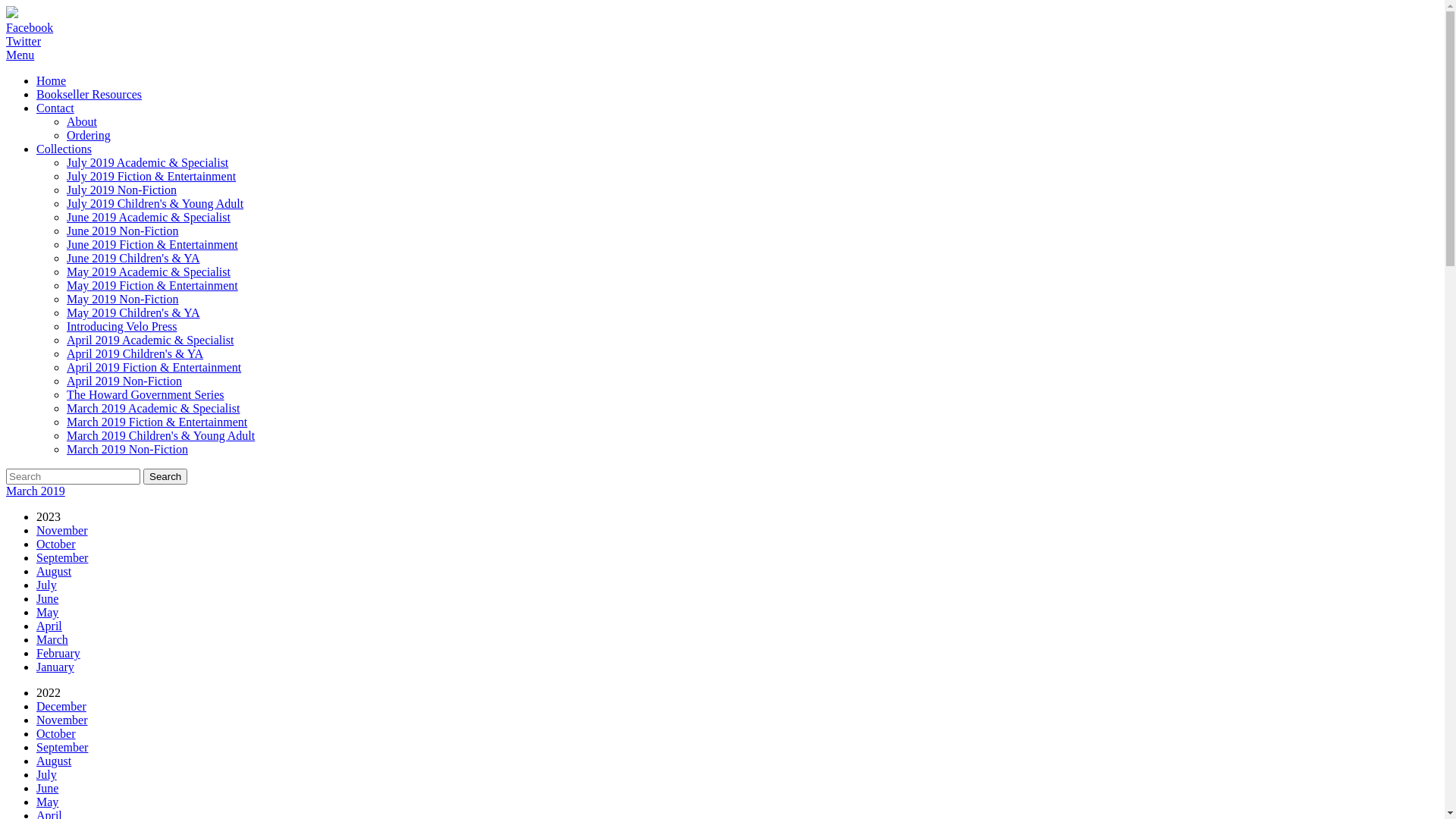 The height and width of the screenshot is (819, 1456). I want to click on 'December', so click(61, 706).